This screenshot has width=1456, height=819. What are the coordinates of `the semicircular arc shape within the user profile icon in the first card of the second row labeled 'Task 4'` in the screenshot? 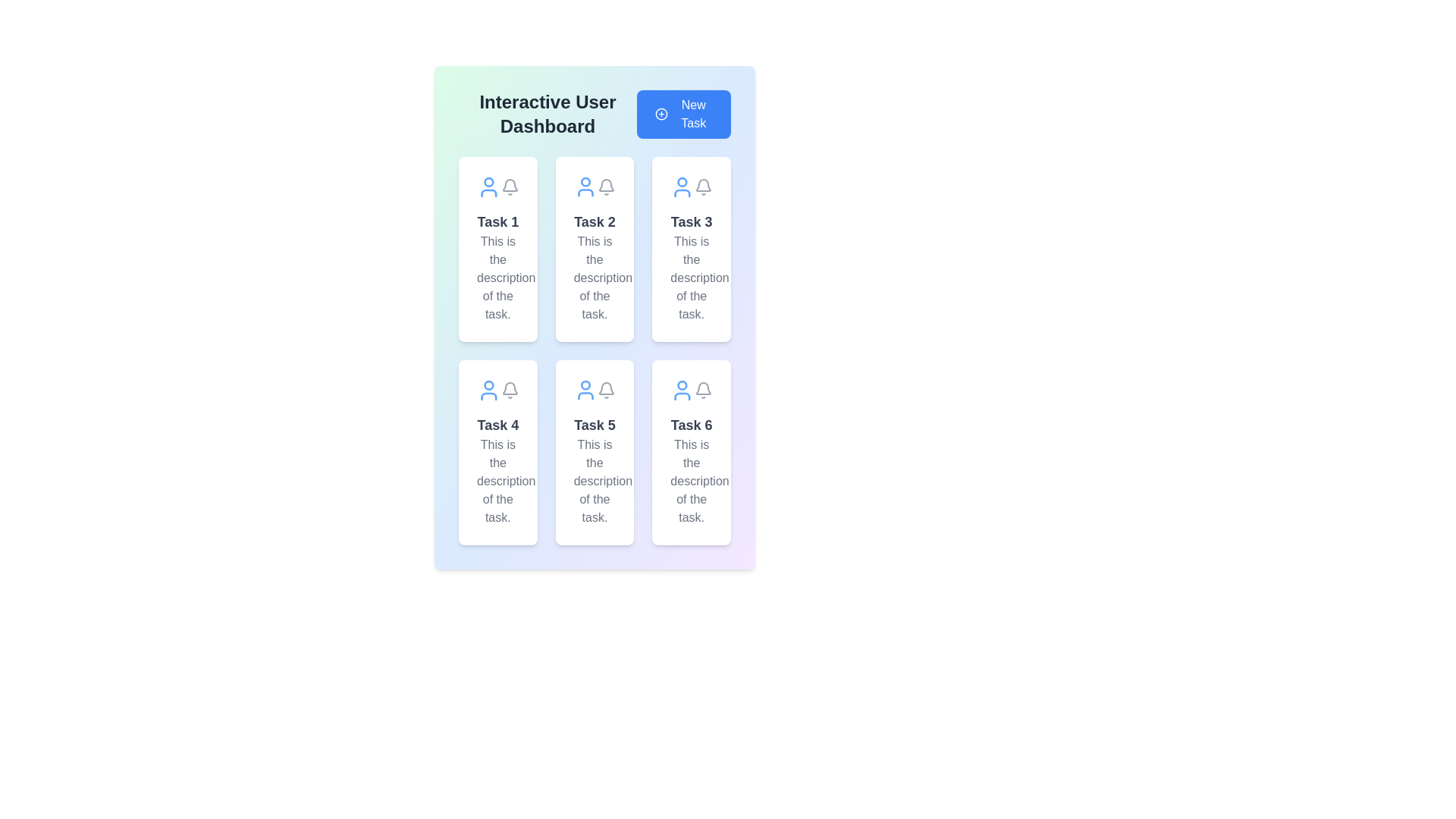 It's located at (488, 395).